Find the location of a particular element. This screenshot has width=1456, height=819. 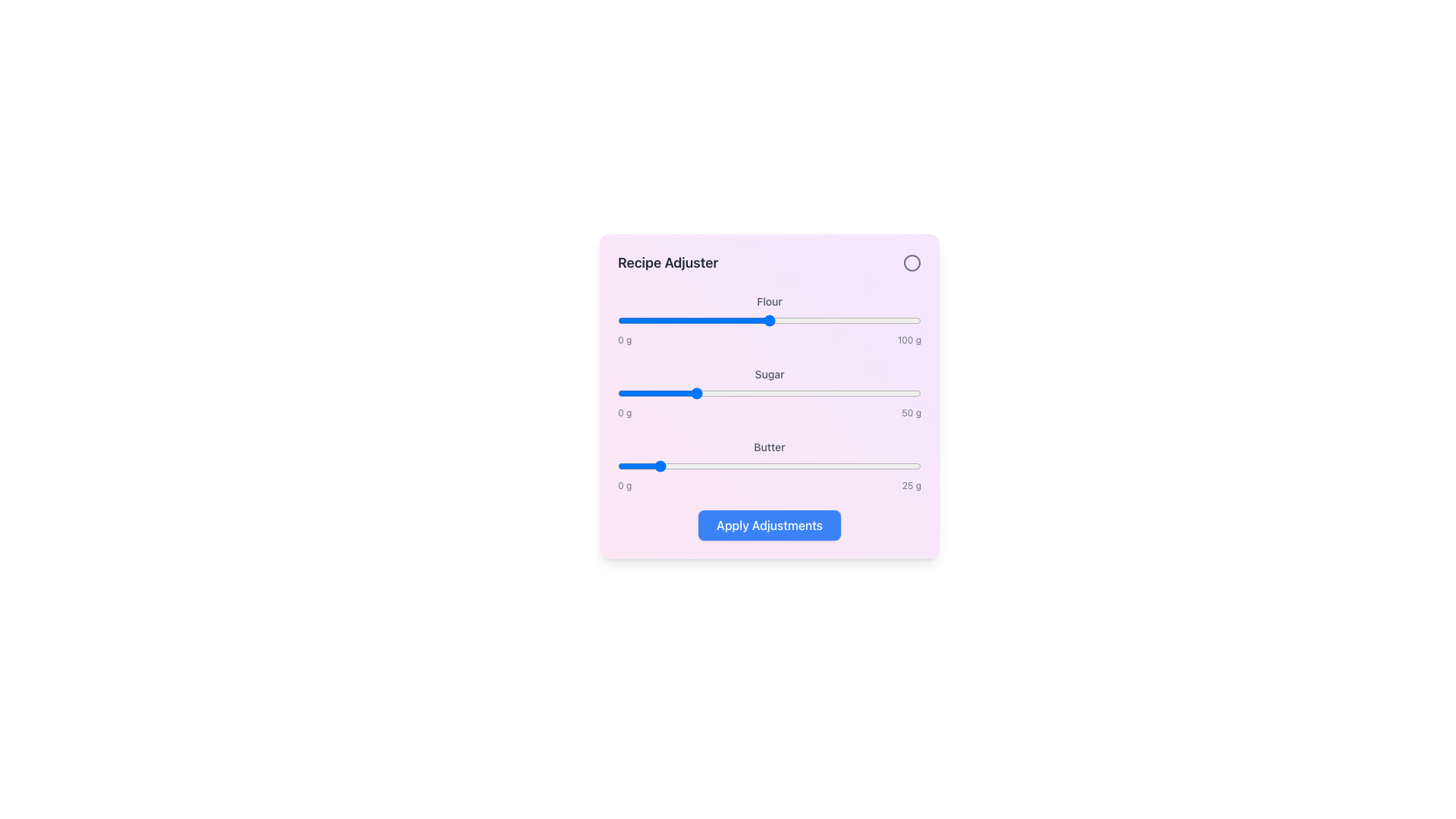

Butter amount is located at coordinates (748, 465).